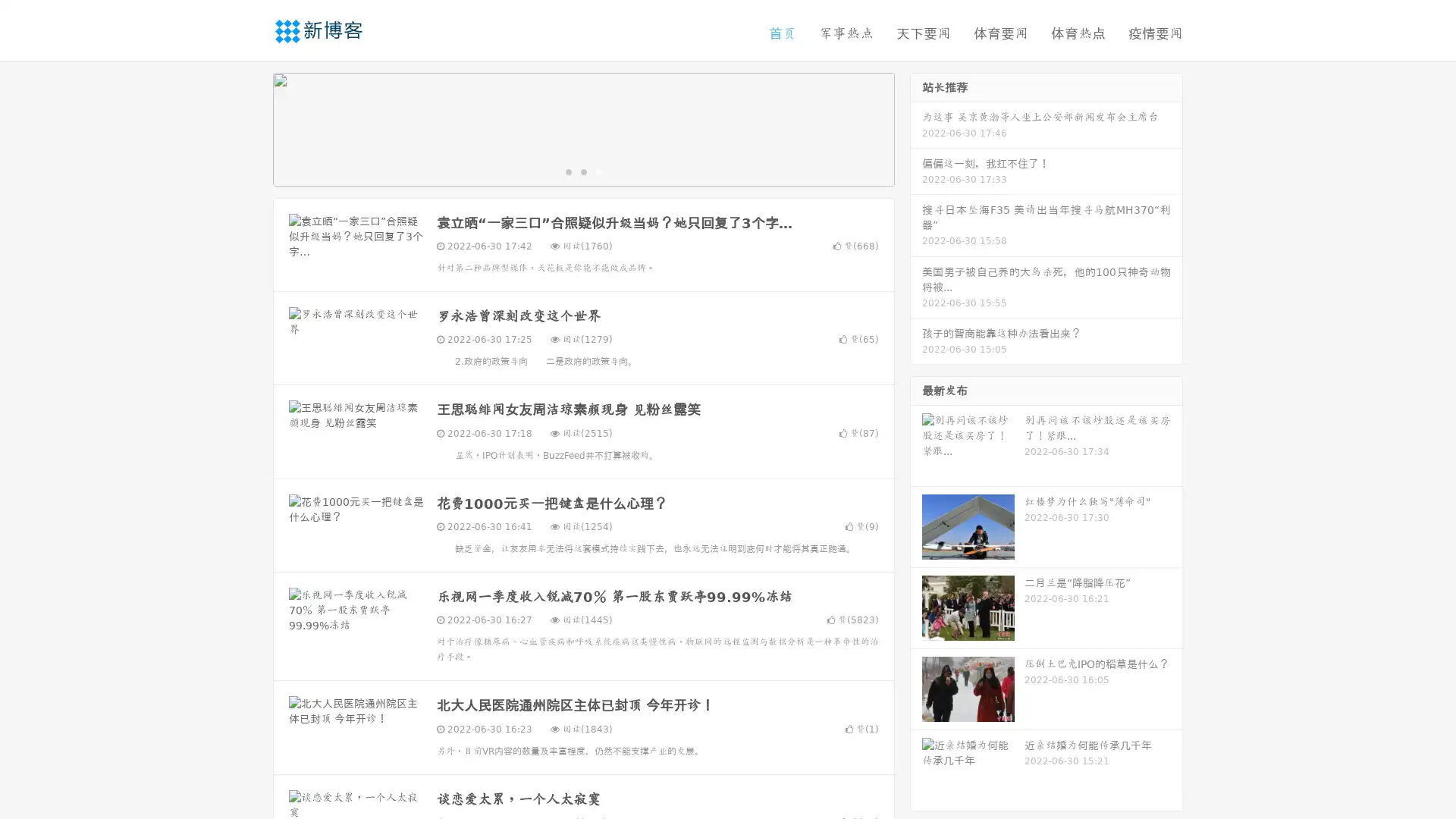  Describe the element at coordinates (916, 127) in the screenshot. I see `Next slide` at that location.